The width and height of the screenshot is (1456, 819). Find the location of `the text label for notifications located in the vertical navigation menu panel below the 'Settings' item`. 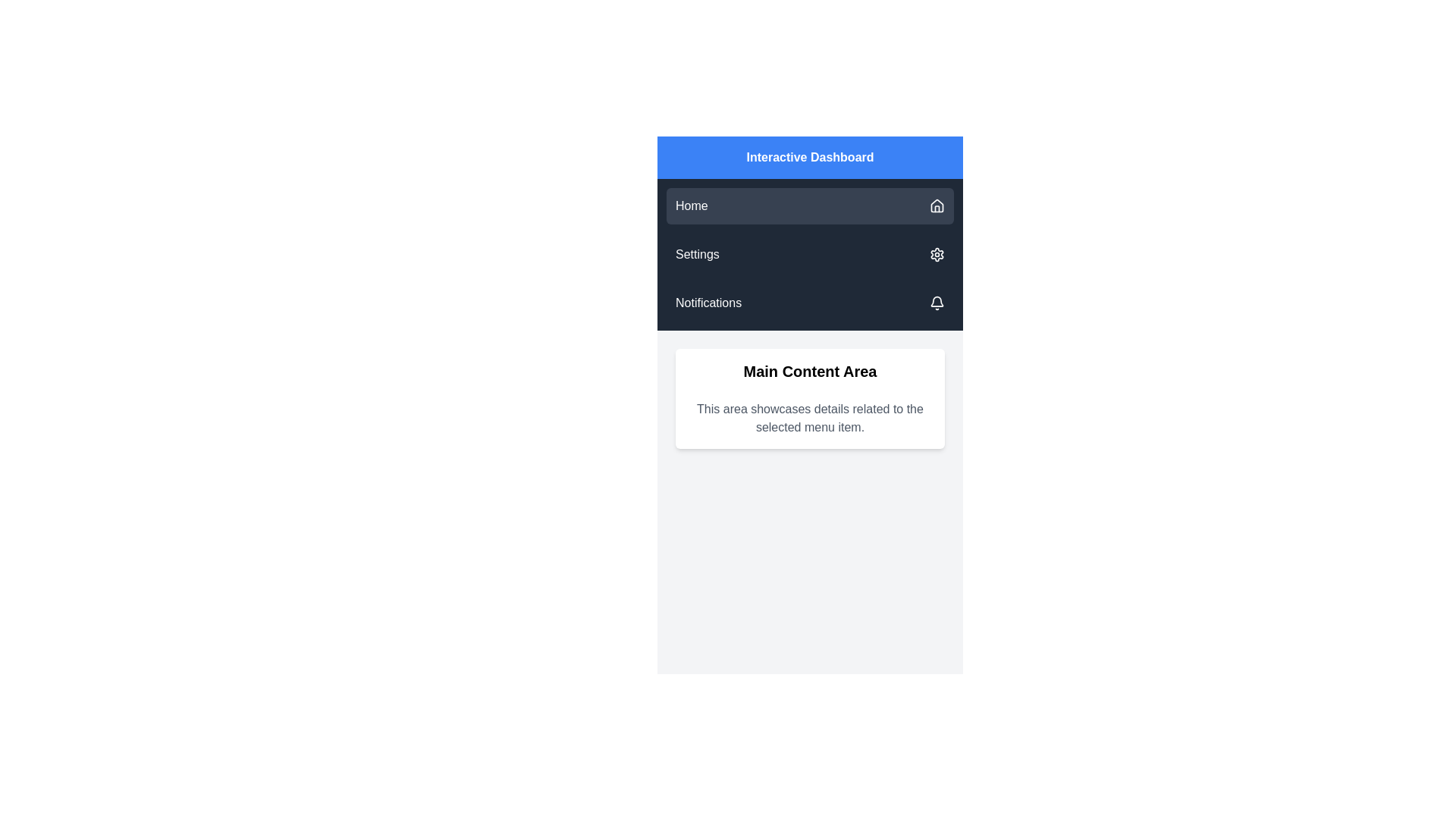

the text label for notifications located in the vertical navigation menu panel below the 'Settings' item is located at coordinates (708, 303).